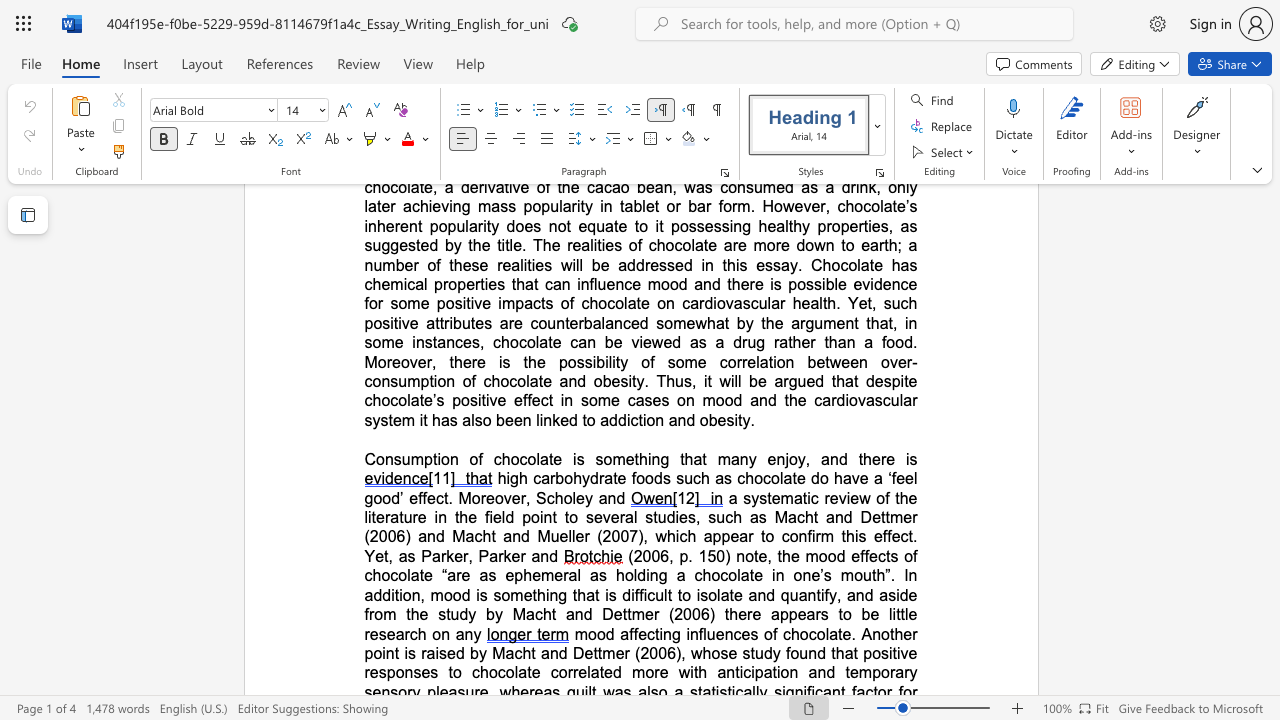  Describe the element at coordinates (863, 575) in the screenshot. I see `the subset text "ut" within the text "(2006, p. 150) note, the mood effects of chocolate “are as ephemeral as holding a chocolate in one’s mout"` at that location.